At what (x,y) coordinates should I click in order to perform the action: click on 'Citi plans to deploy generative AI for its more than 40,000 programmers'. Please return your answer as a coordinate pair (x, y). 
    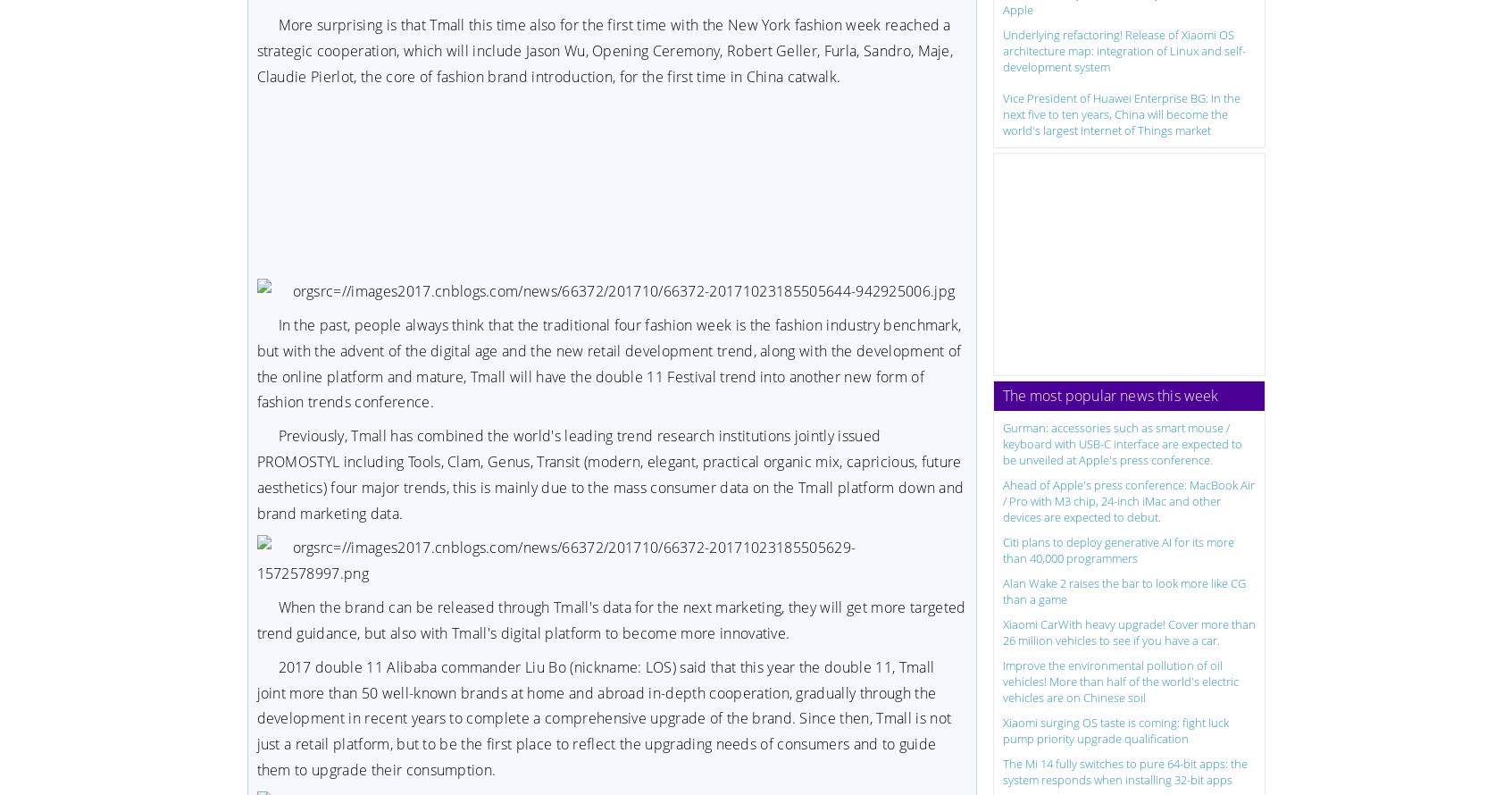
    Looking at the image, I should click on (1117, 548).